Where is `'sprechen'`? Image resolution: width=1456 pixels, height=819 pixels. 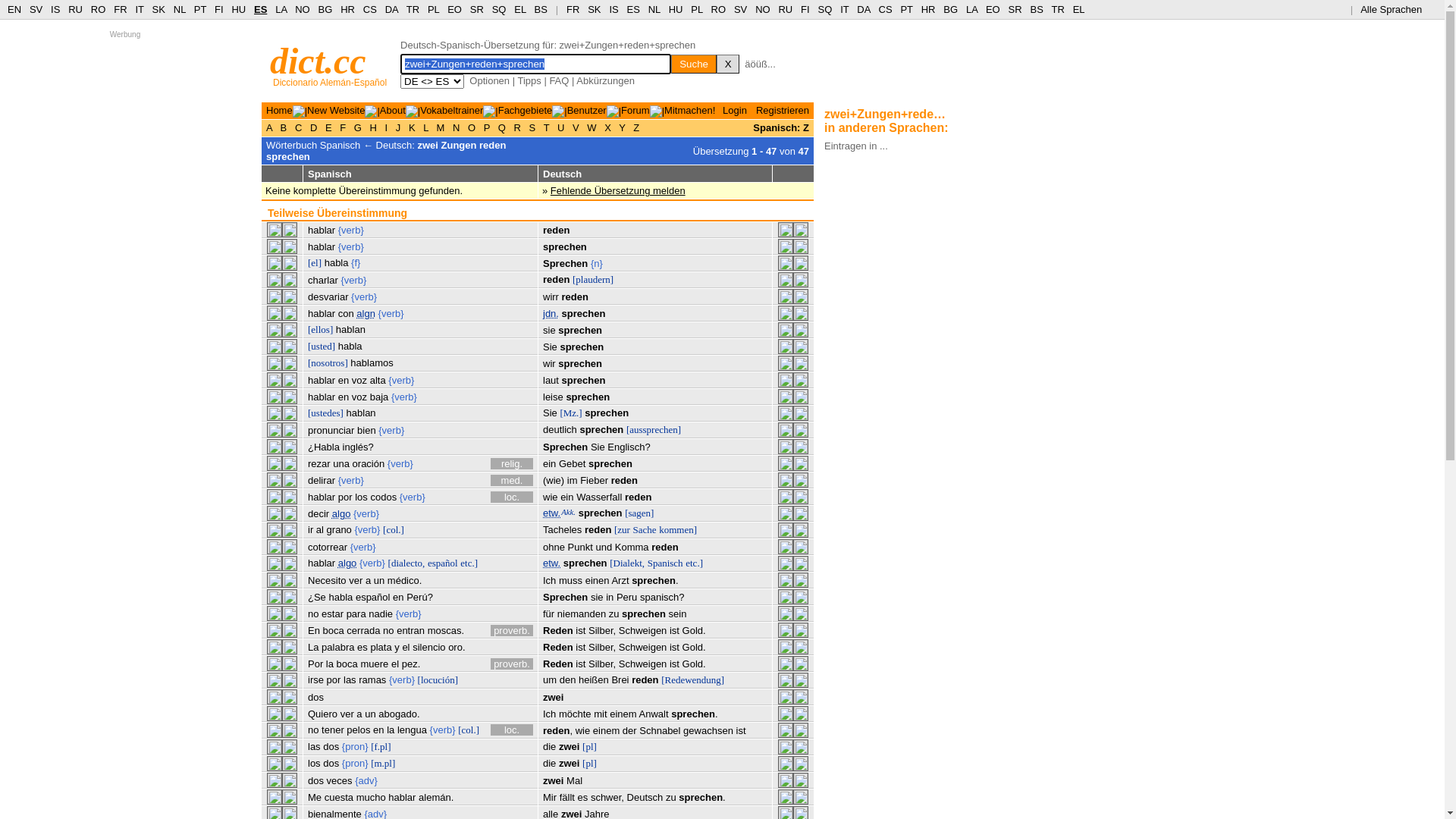 'sprechen' is located at coordinates (563, 246).